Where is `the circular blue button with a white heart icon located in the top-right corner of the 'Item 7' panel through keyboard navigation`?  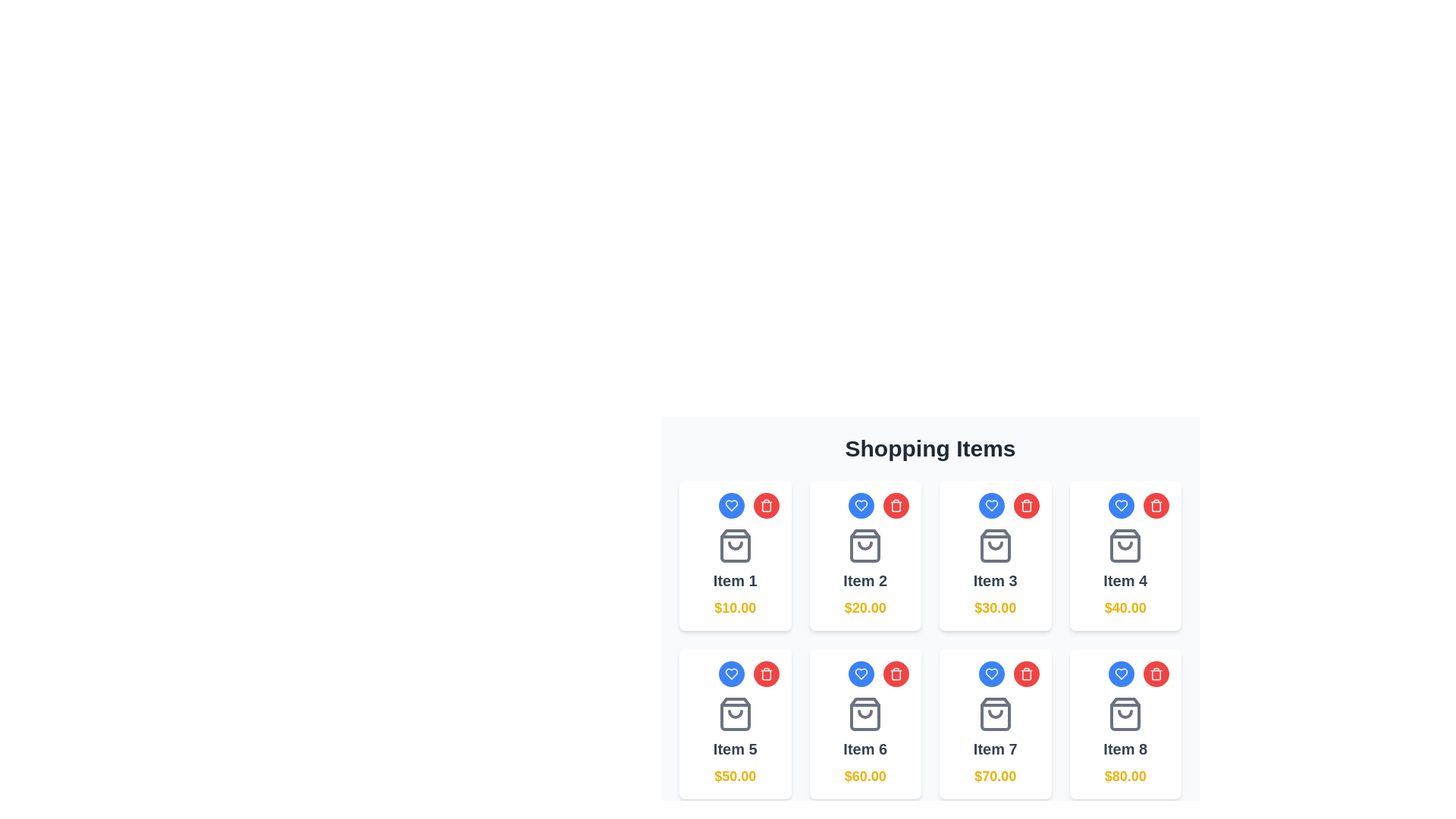 the circular blue button with a white heart icon located in the top-right corner of the 'Item 7' panel through keyboard navigation is located at coordinates (995, 673).